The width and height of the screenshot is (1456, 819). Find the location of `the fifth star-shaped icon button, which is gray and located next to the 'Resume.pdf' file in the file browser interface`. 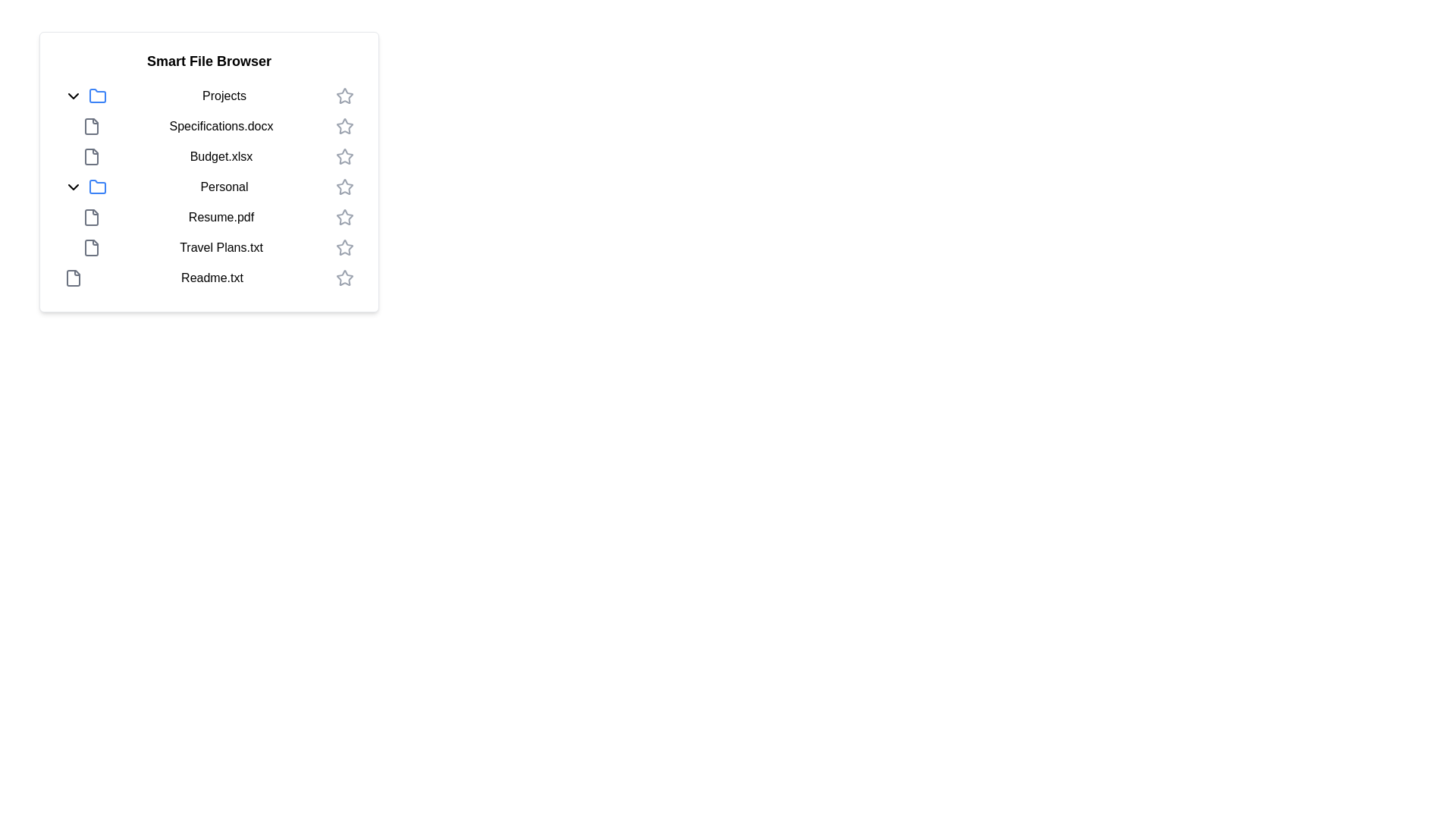

the fifth star-shaped icon button, which is gray and located next to the 'Resume.pdf' file in the file browser interface is located at coordinates (344, 217).